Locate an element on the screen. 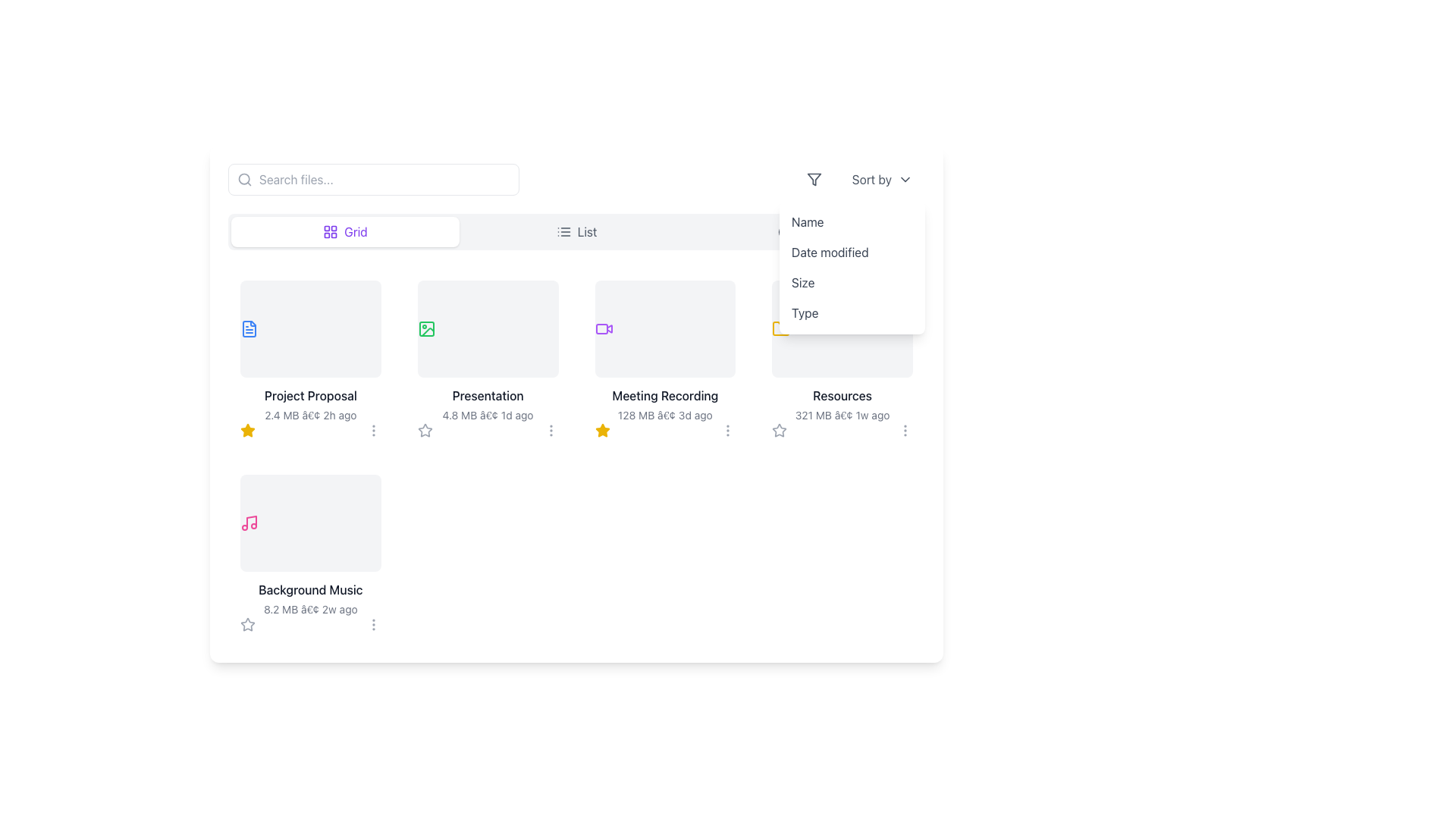  the file document icon with a blue-themed outline located in the top-left tile of the grid layout under 'Project Proposal' is located at coordinates (249, 328).